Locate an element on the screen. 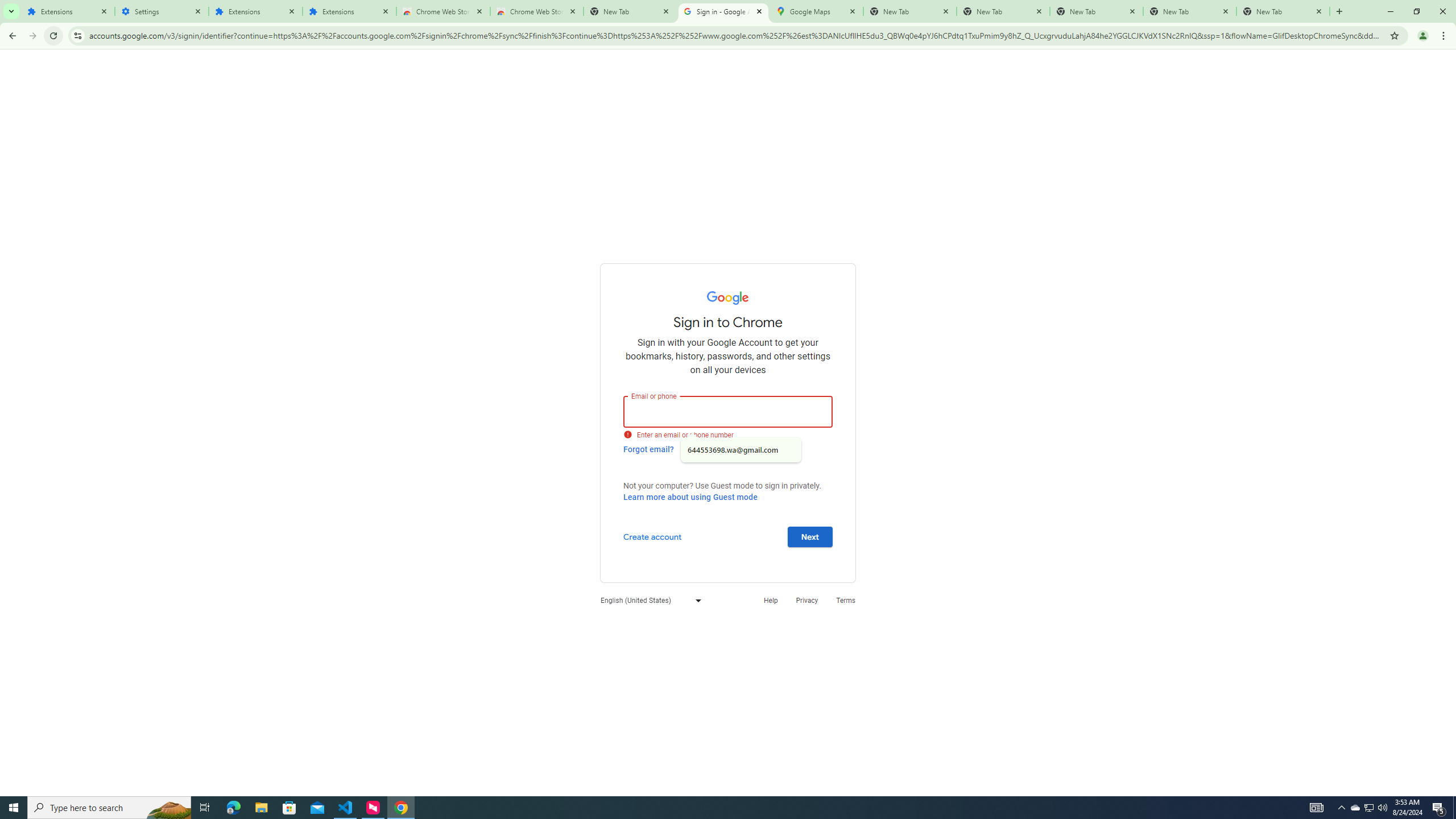 This screenshot has width=1456, height=819. 'Forward' is located at coordinates (32, 35).